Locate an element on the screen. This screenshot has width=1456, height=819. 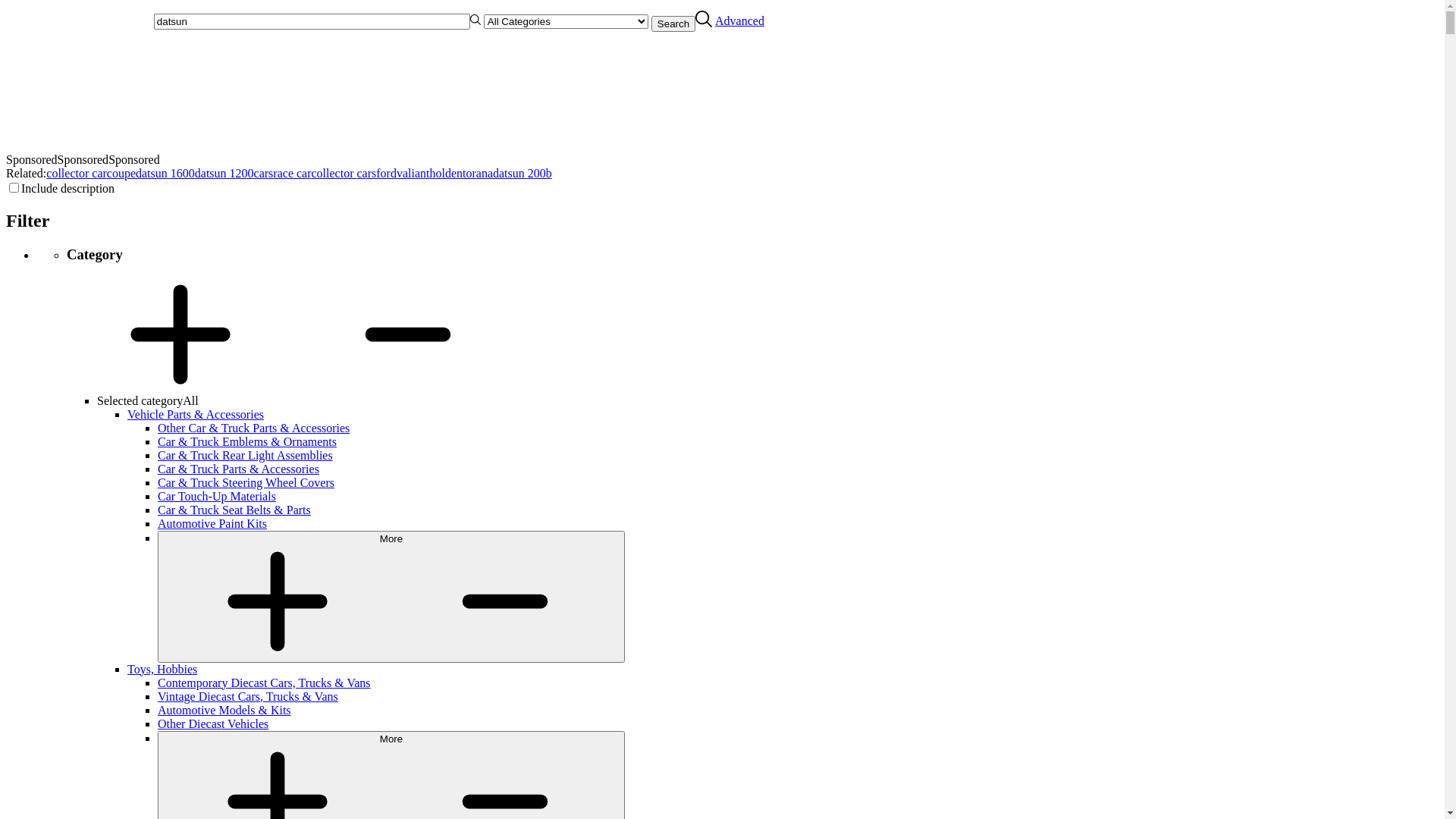
'Car & Truck Emblems & Ornaments' is located at coordinates (157, 441).